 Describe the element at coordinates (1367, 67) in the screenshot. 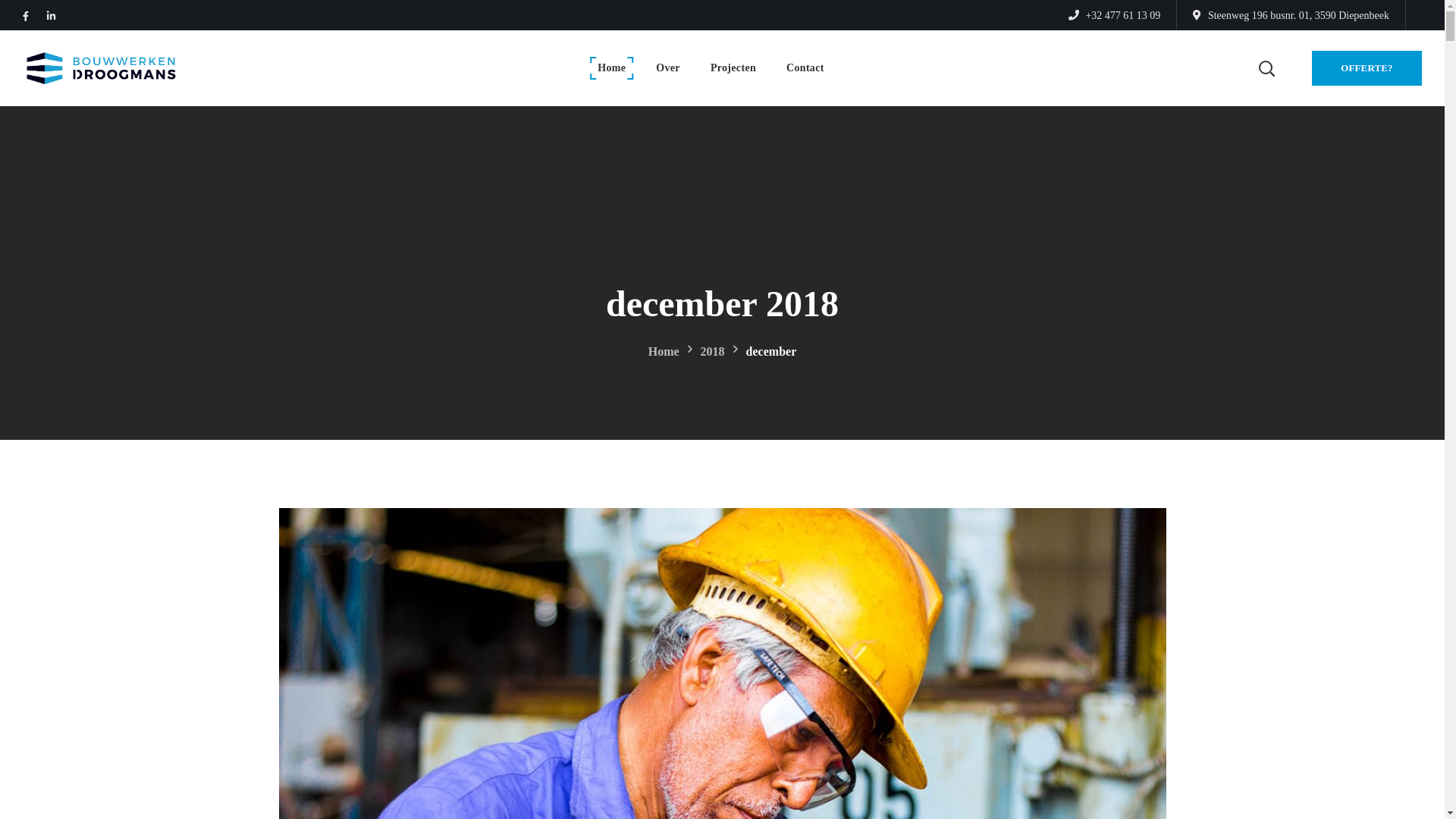

I see `'OFFERTE?'` at that location.